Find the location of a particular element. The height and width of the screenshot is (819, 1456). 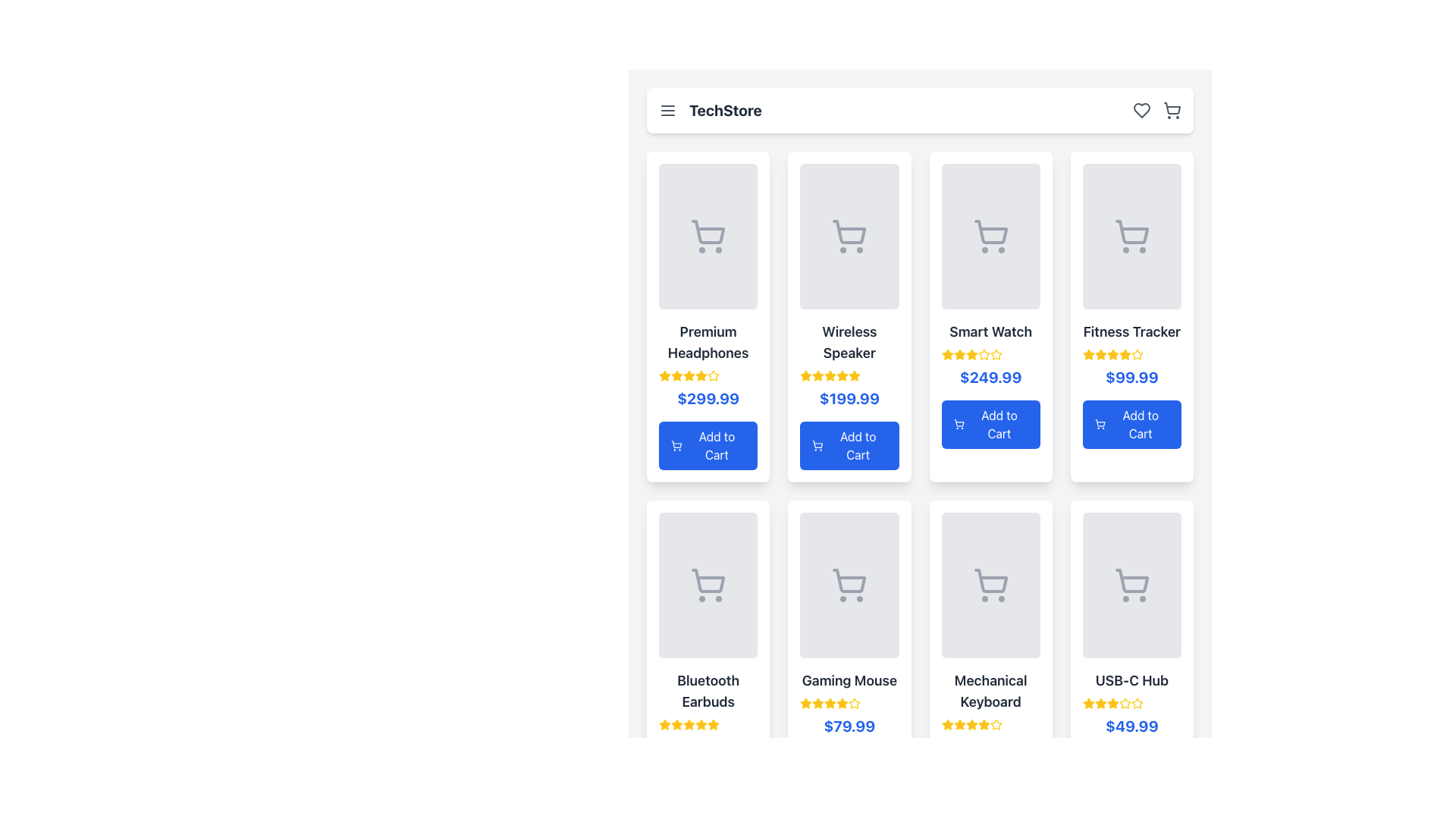

the fourth star icon in the second row and third column of the product layout grid, which represents part of the rating for the Gaming Mouse is located at coordinates (855, 703).